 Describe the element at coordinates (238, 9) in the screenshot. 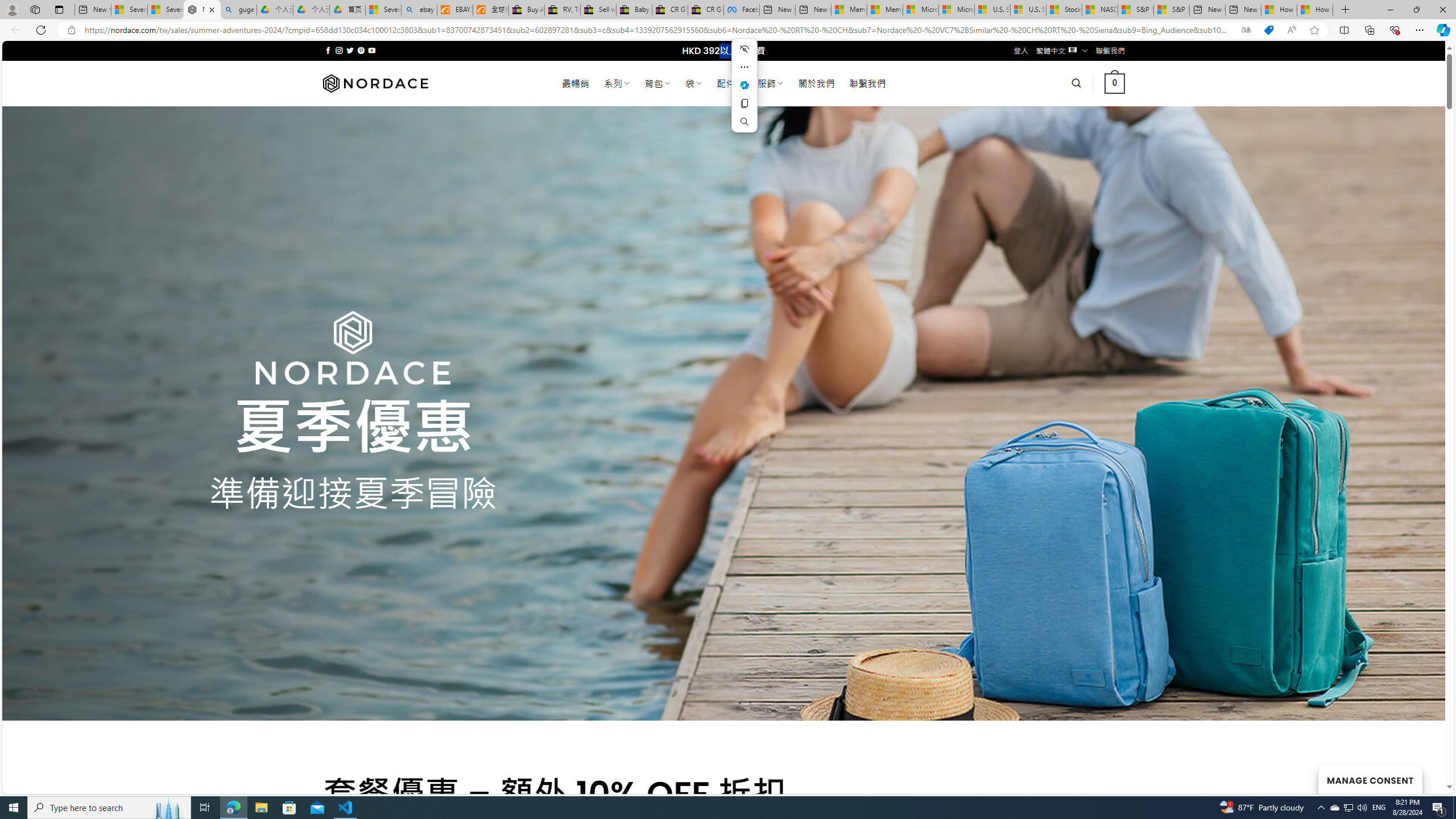

I see `'guge yunpan - Search'` at that location.